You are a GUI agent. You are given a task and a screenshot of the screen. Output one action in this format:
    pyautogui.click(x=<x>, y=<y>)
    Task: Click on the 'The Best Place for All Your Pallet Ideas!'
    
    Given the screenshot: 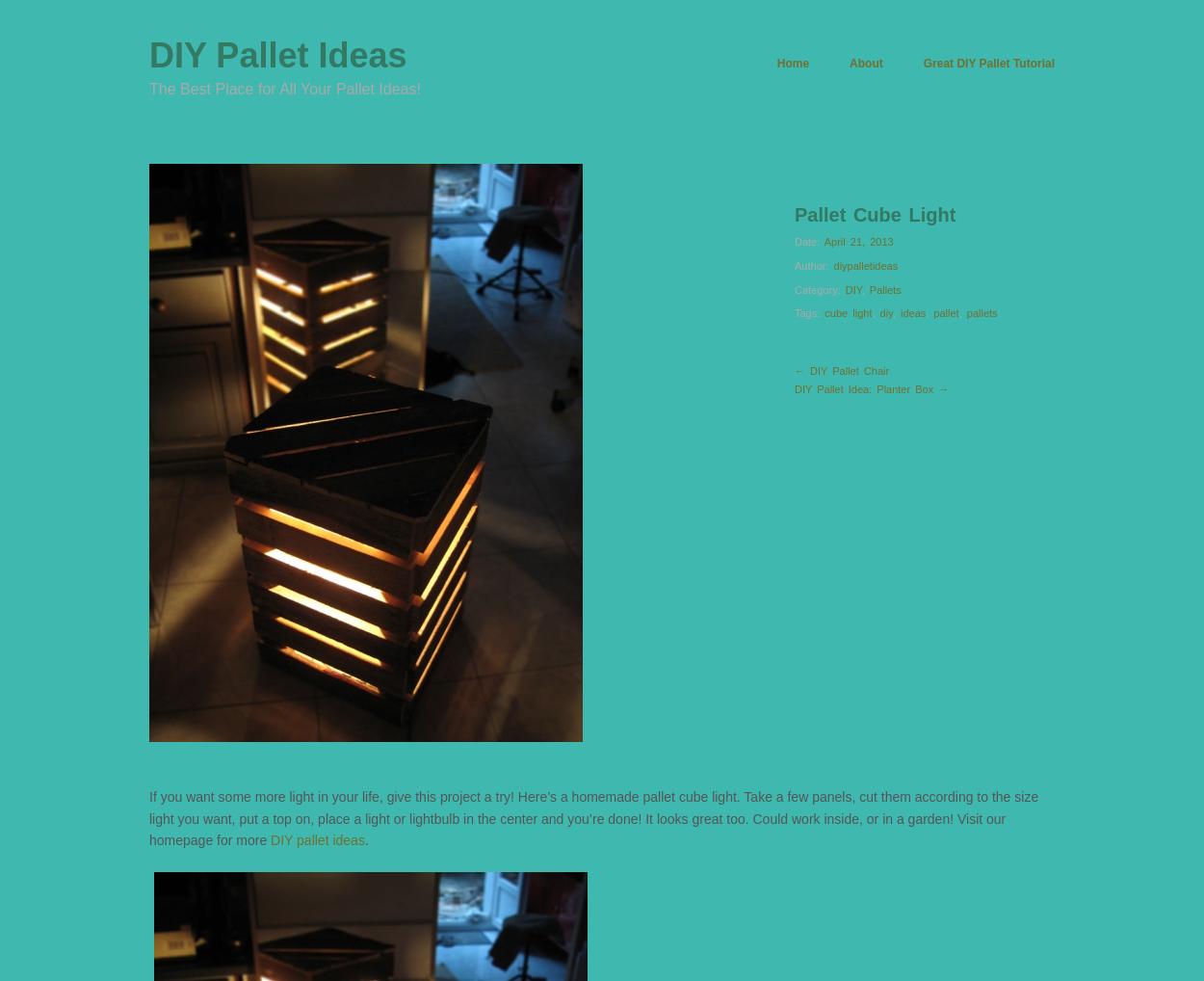 What is the action you would take?
    pyautogui.click(x=284, y=89)
    